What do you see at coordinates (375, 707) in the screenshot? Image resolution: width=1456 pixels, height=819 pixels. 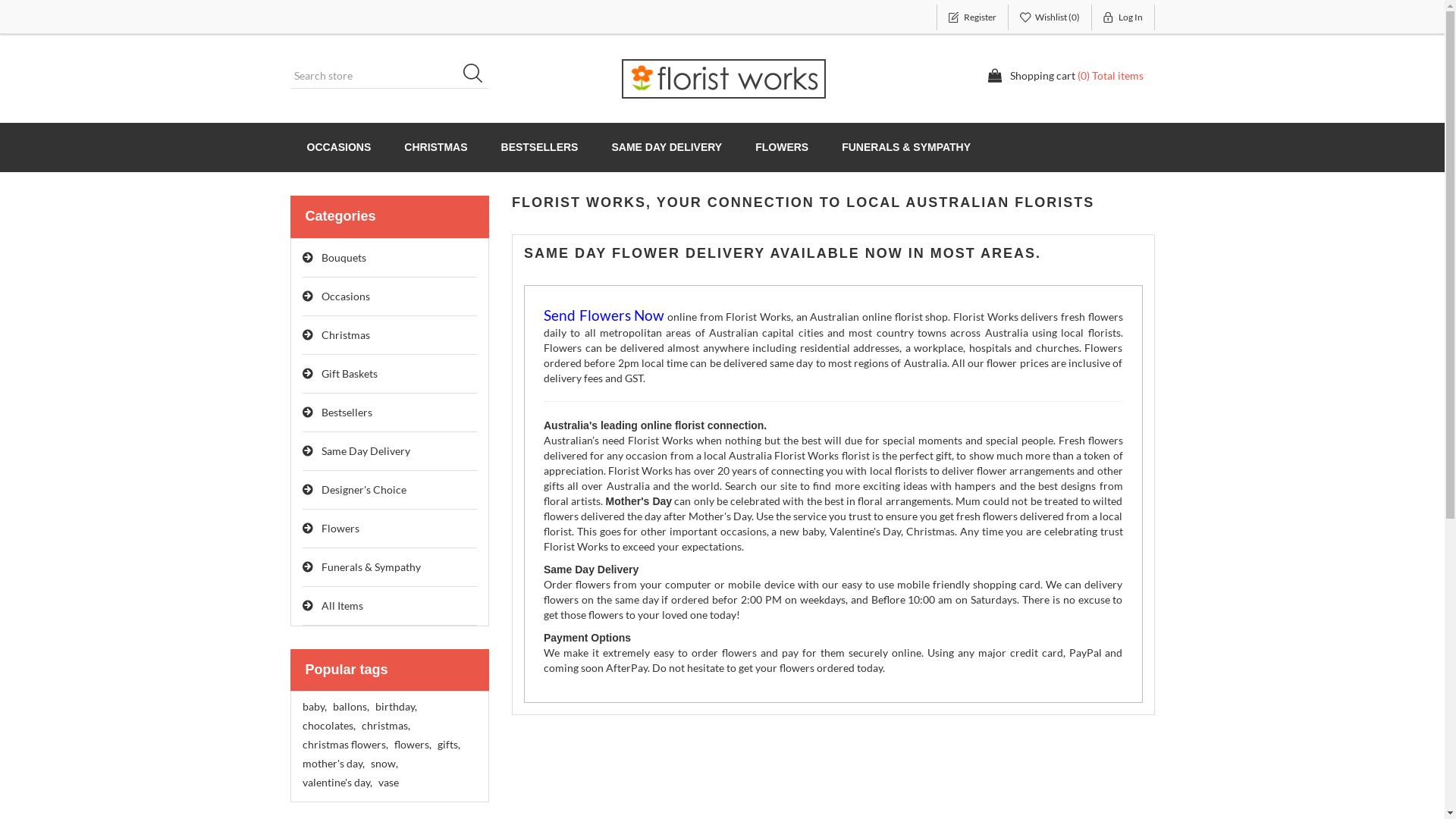 I see `'birthday,'` at bounding box center [375, 707].